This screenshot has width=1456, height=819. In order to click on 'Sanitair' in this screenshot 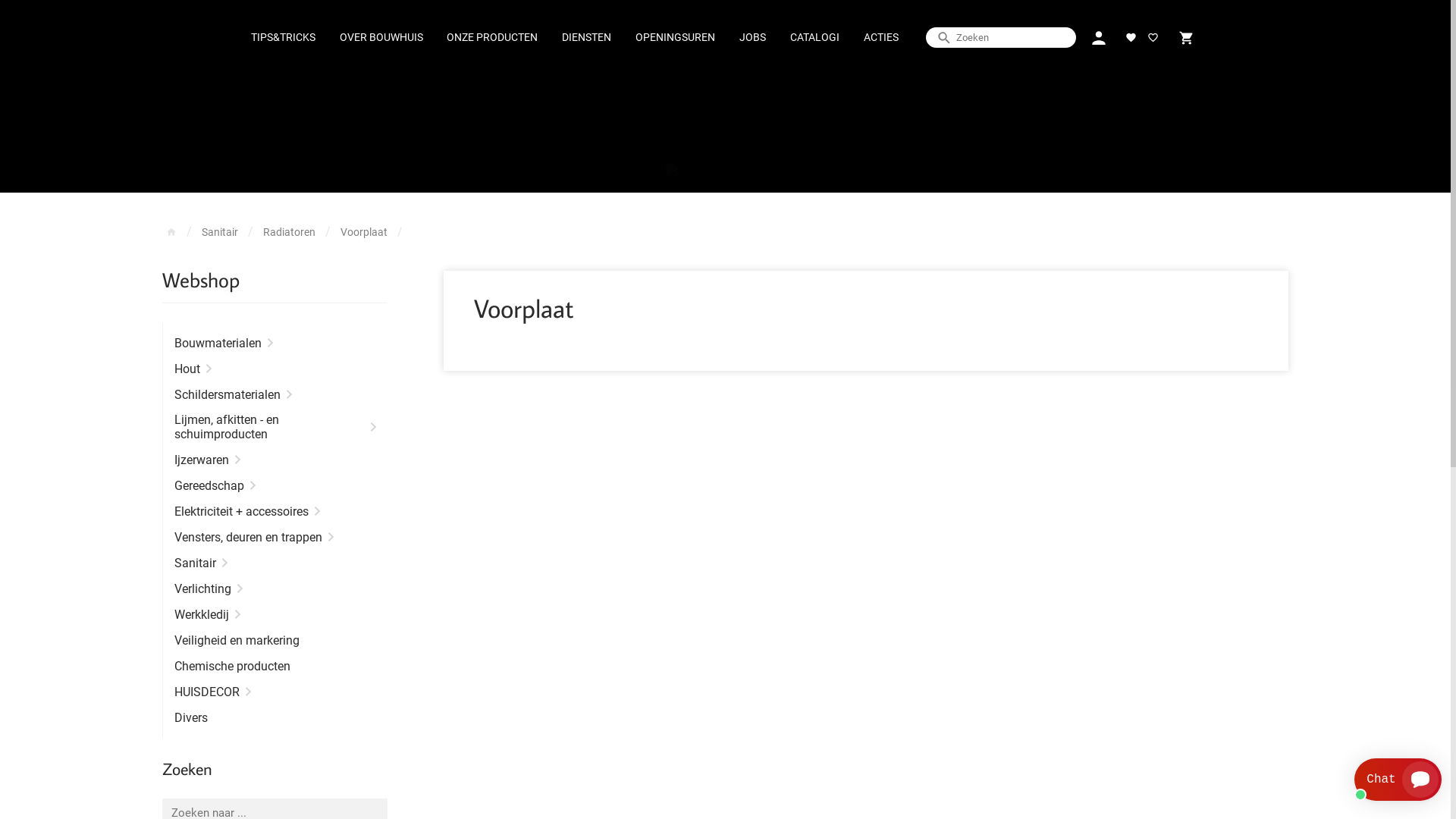, I will do `click(218, 231)`.